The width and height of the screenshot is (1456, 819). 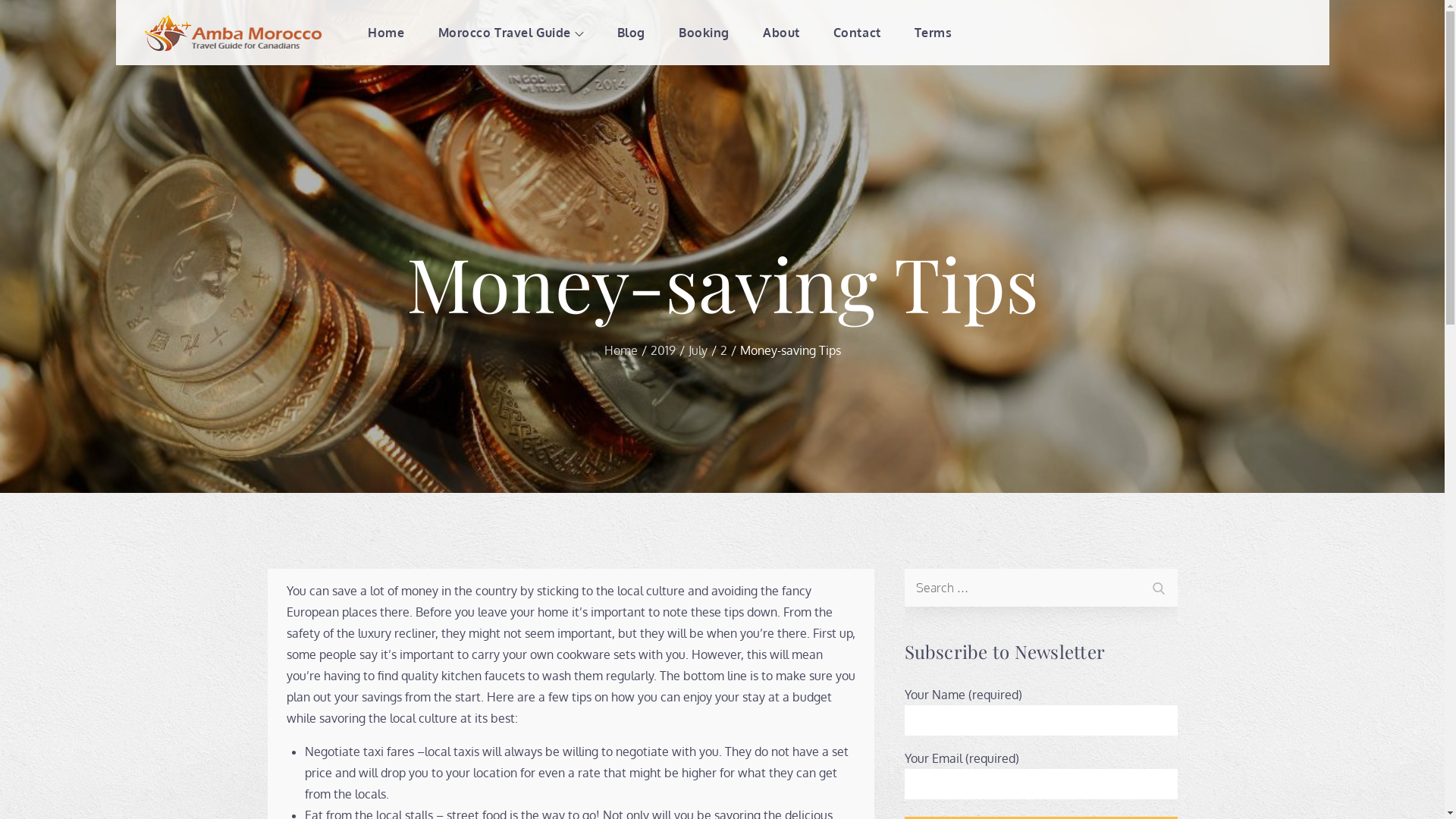 I want to click on 'Booking', so click(x=703, y=32).